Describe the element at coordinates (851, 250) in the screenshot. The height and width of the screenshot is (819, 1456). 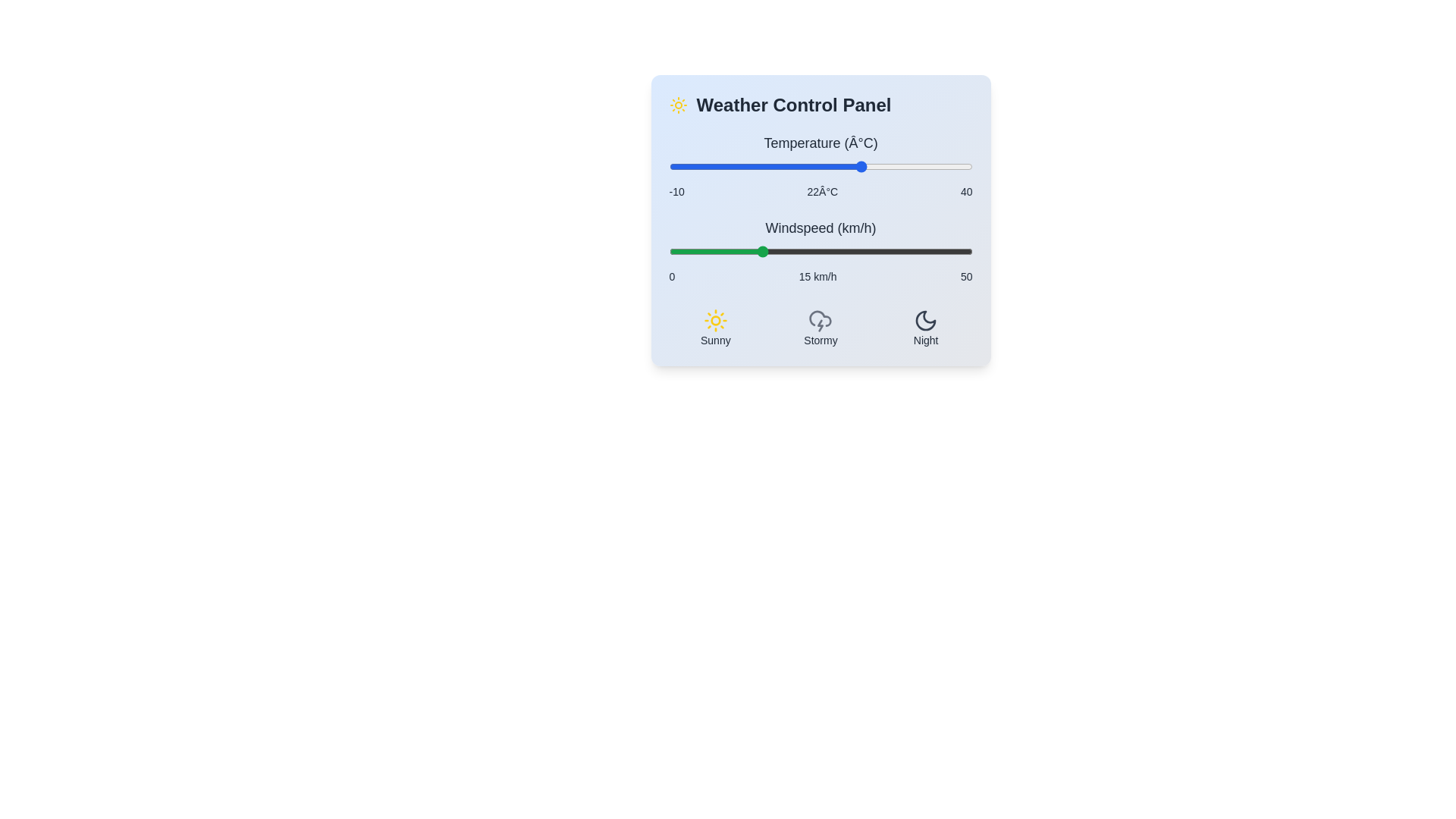
I see `the wind speed` at that location.